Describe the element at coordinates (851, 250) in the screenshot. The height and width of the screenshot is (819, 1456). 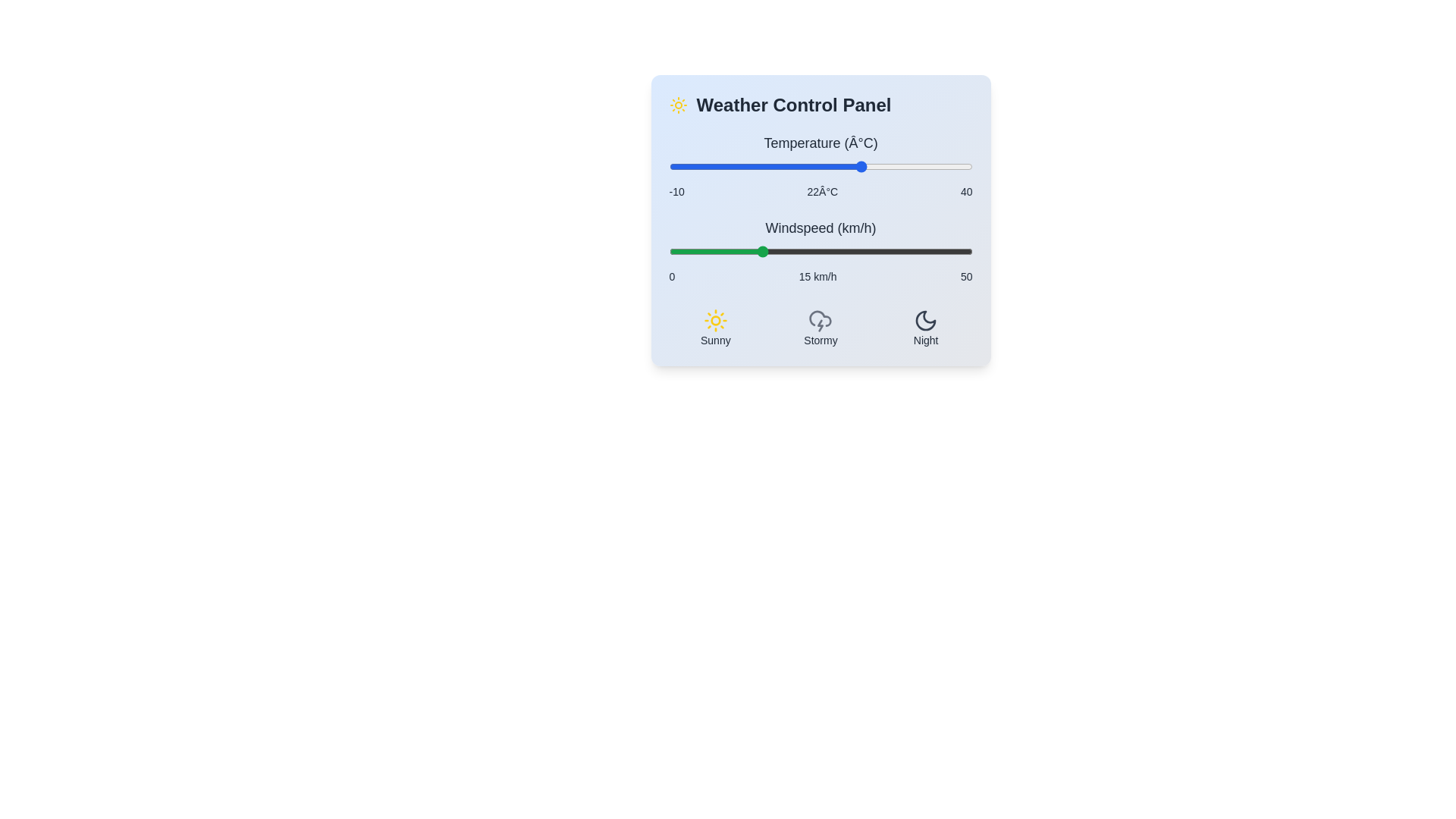
I see `the wind speed` at that location.